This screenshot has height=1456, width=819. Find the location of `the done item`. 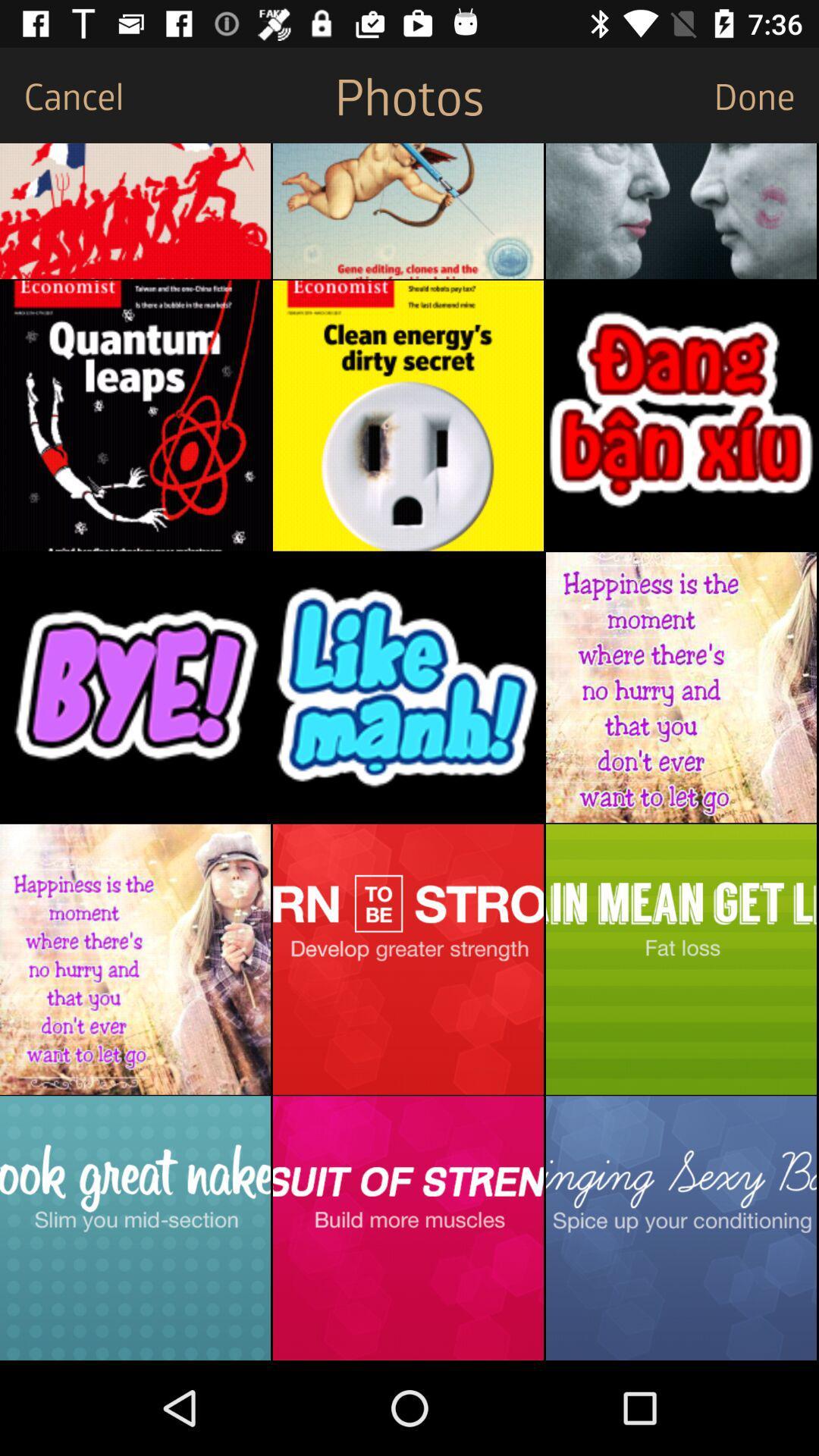

the done item is located at coordinates (766, 94).